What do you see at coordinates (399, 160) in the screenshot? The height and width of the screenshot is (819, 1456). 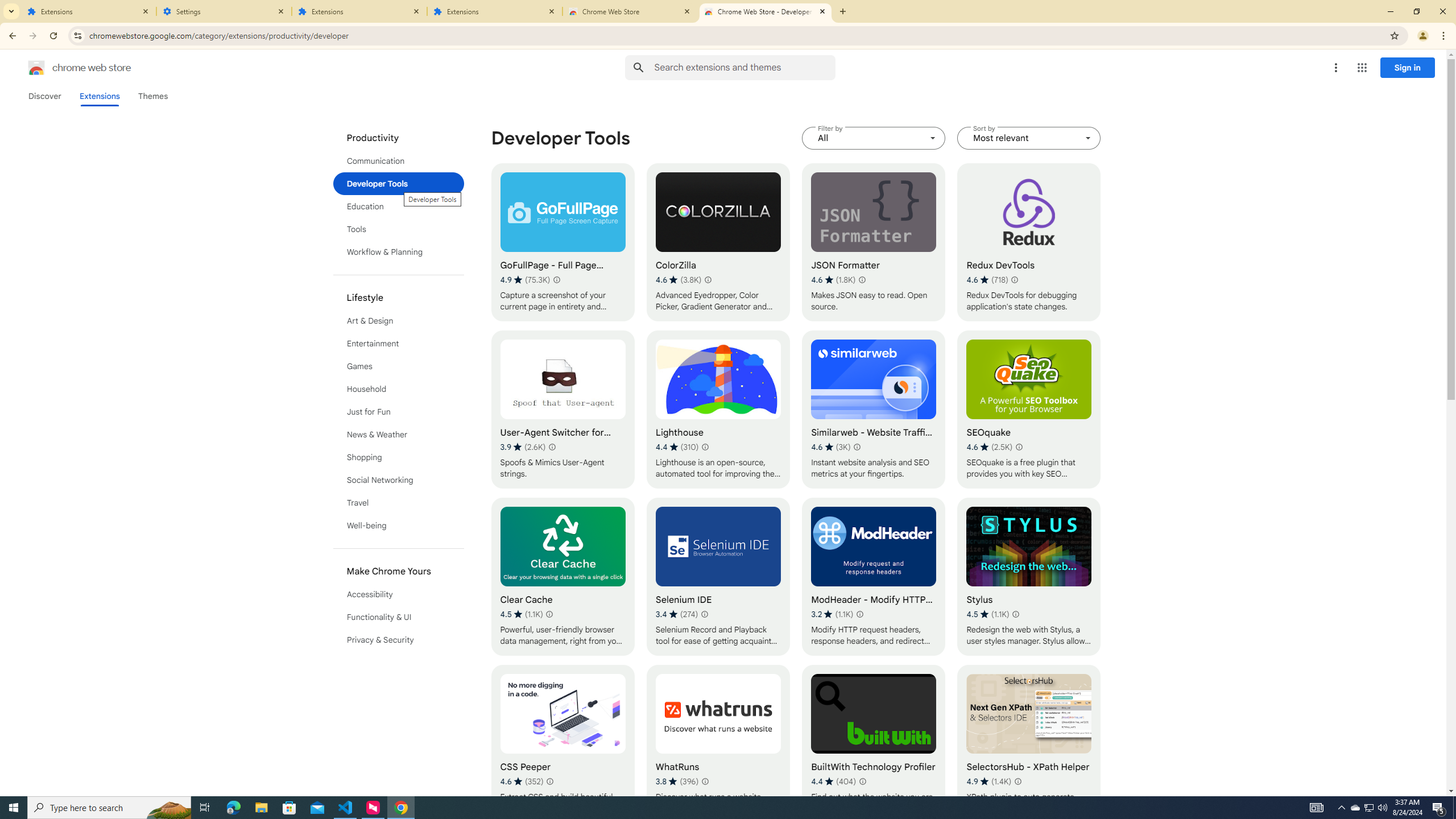 I see `'Communication'` at bounding box center [399, 160].